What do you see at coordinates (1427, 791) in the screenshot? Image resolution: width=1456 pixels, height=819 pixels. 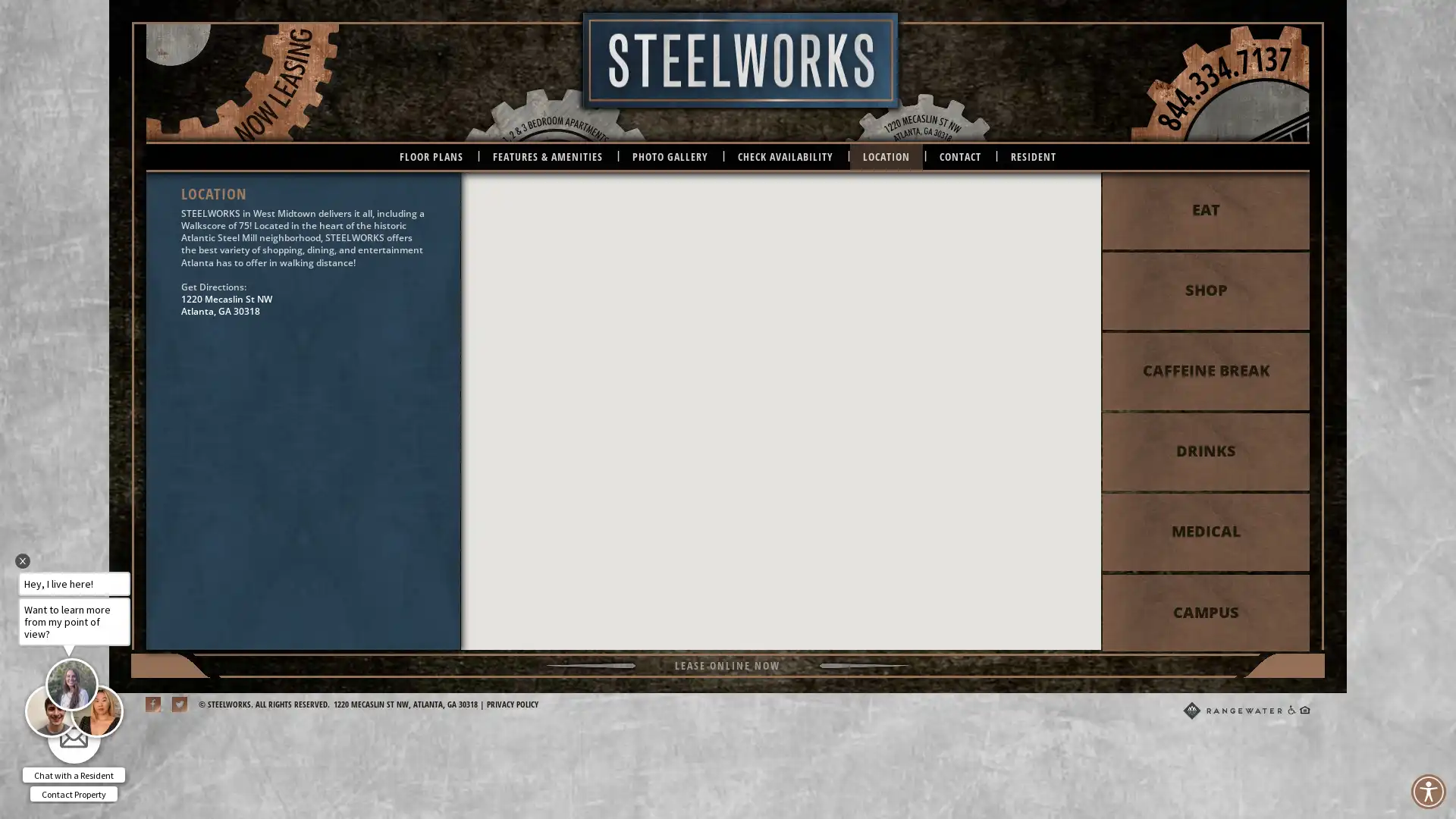 I see `Accessibility Menu` at bounding box center [1427, 791].